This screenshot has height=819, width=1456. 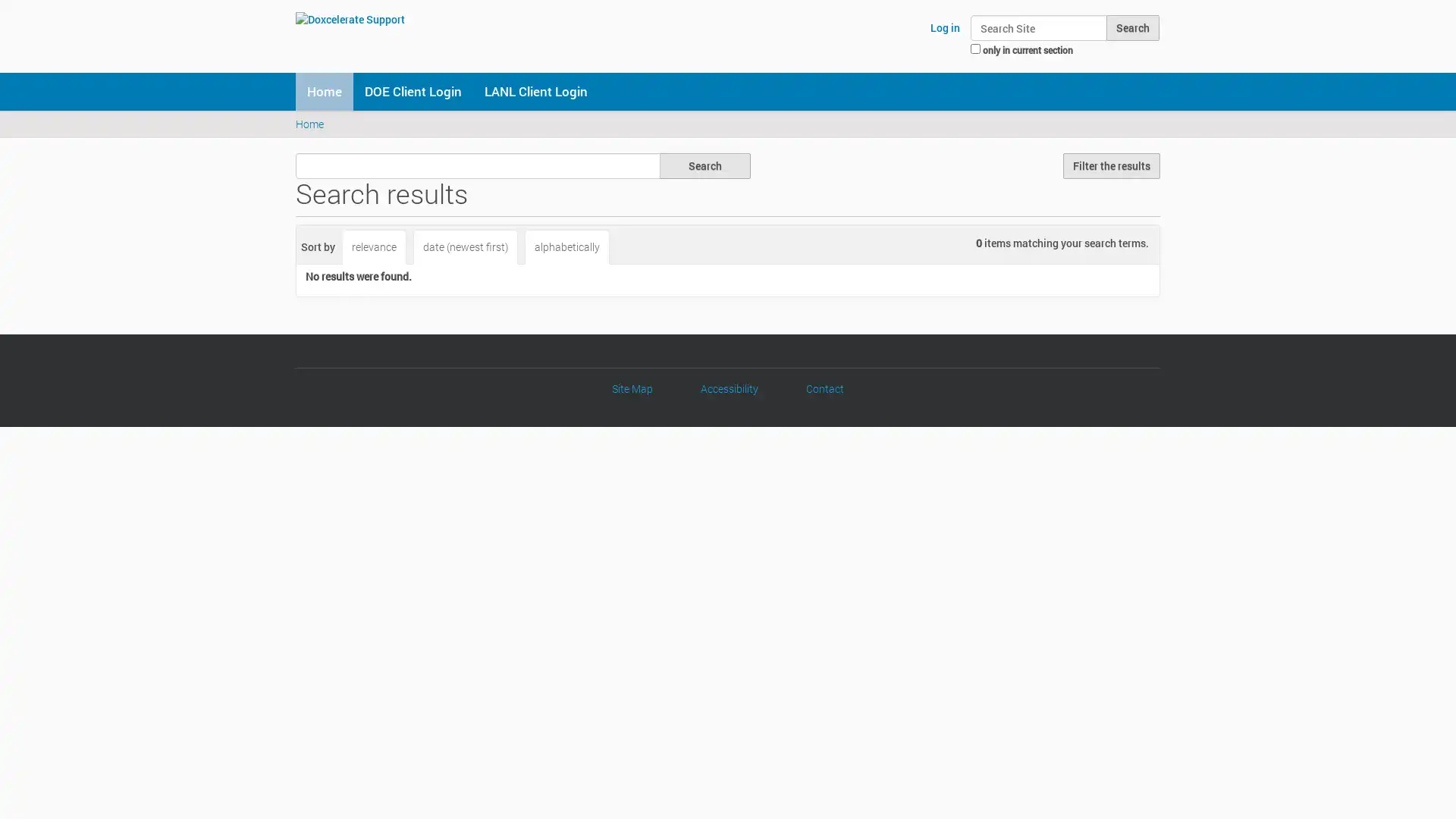 What do you see at coordinates (1132, 28) in the screenshot?
I see `Search` at bounding box center [1132, 28].